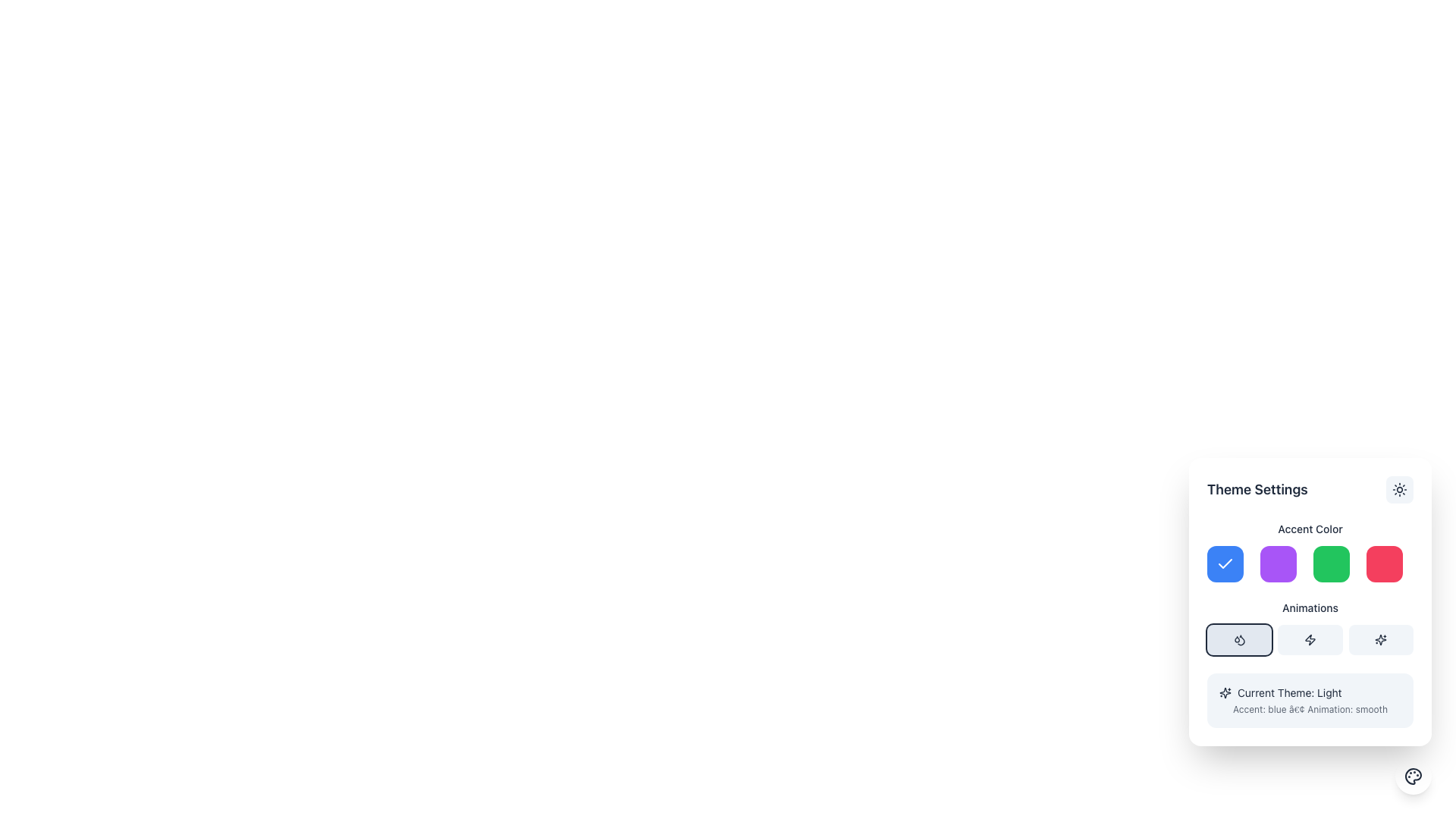 This screenshot has height=819, width=1456. What do you see at coordinates (1225, 693) in the screenshot?
I see `the decorative icon located to the left of the text 'Current Theme: Light' in the interface` at bounding box center [1225, 693].